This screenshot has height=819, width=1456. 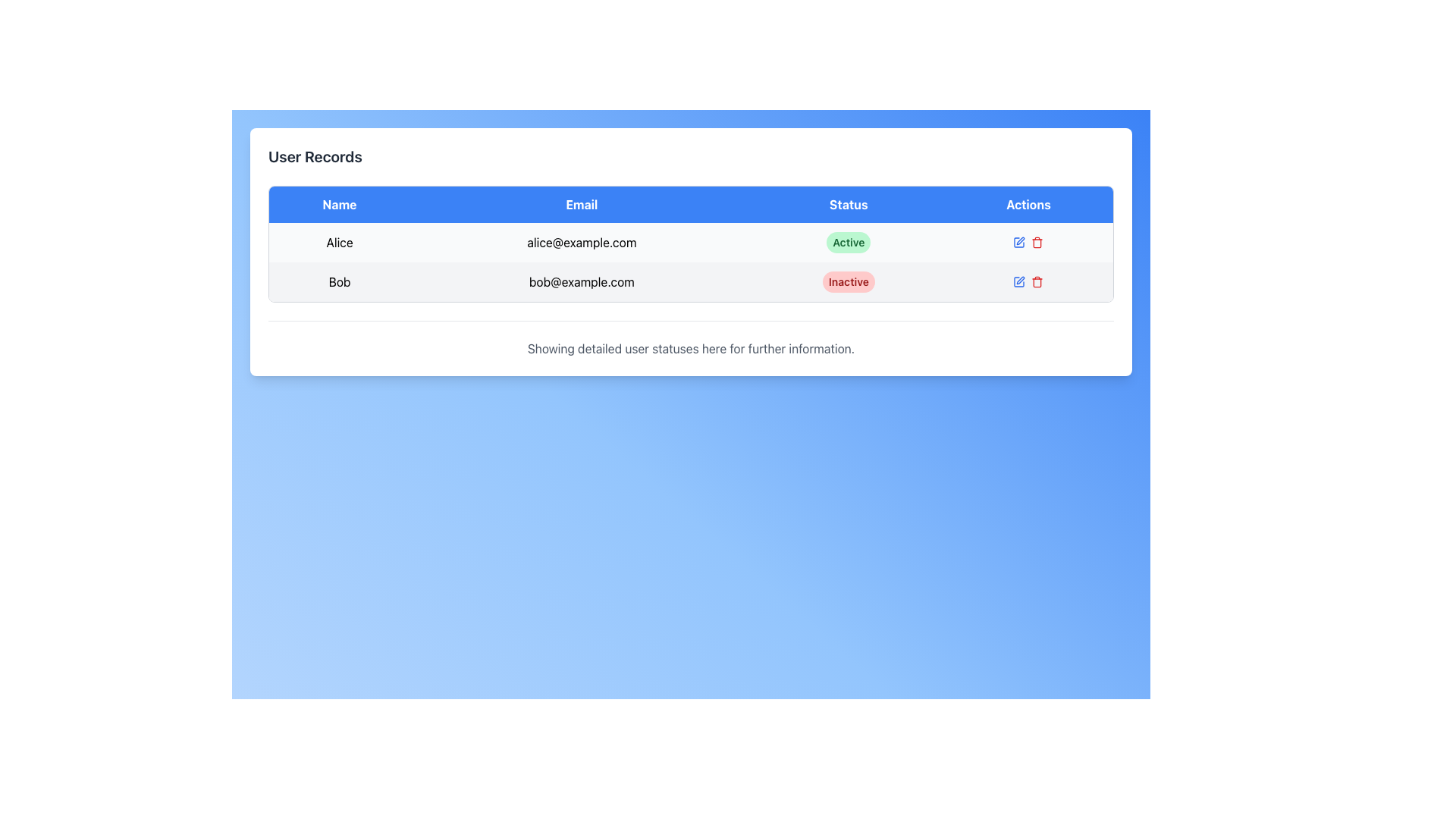 I want to click on the Status Badge, which has a light red background and displays the text 'Inactive' in bold red font, located in the 'Status' column of the table row for the entry containing 'Bob' and 'bob@example.com', so click(x=848, y=281).